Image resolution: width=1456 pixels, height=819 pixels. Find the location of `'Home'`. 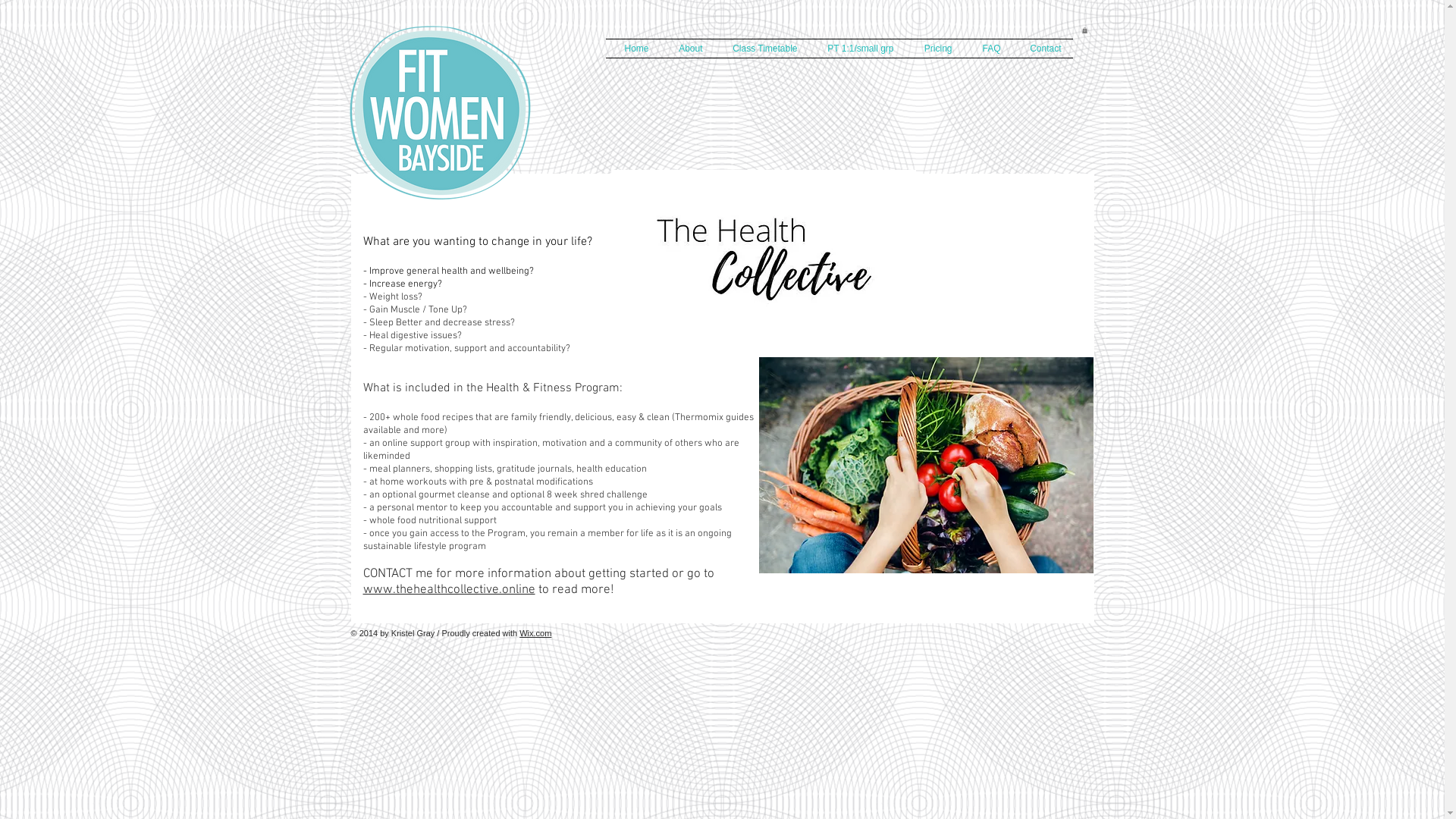

'Home' is located at coordinates (632, 48).